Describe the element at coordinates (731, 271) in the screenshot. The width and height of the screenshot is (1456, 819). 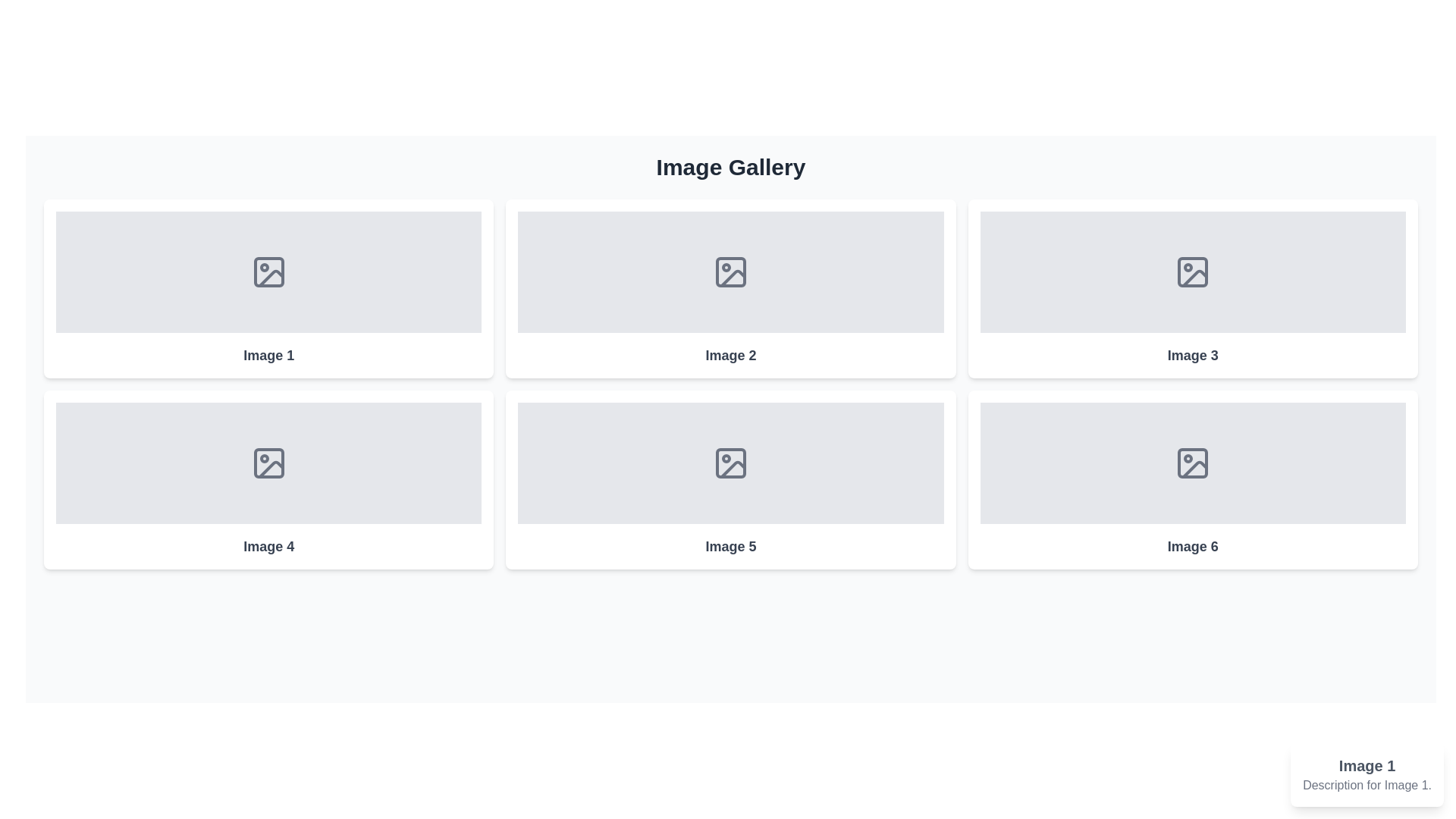
I see `the Background Rectangle within the image icon of the second item in the top row of the 'Image Gallery' grid layout` at that location.